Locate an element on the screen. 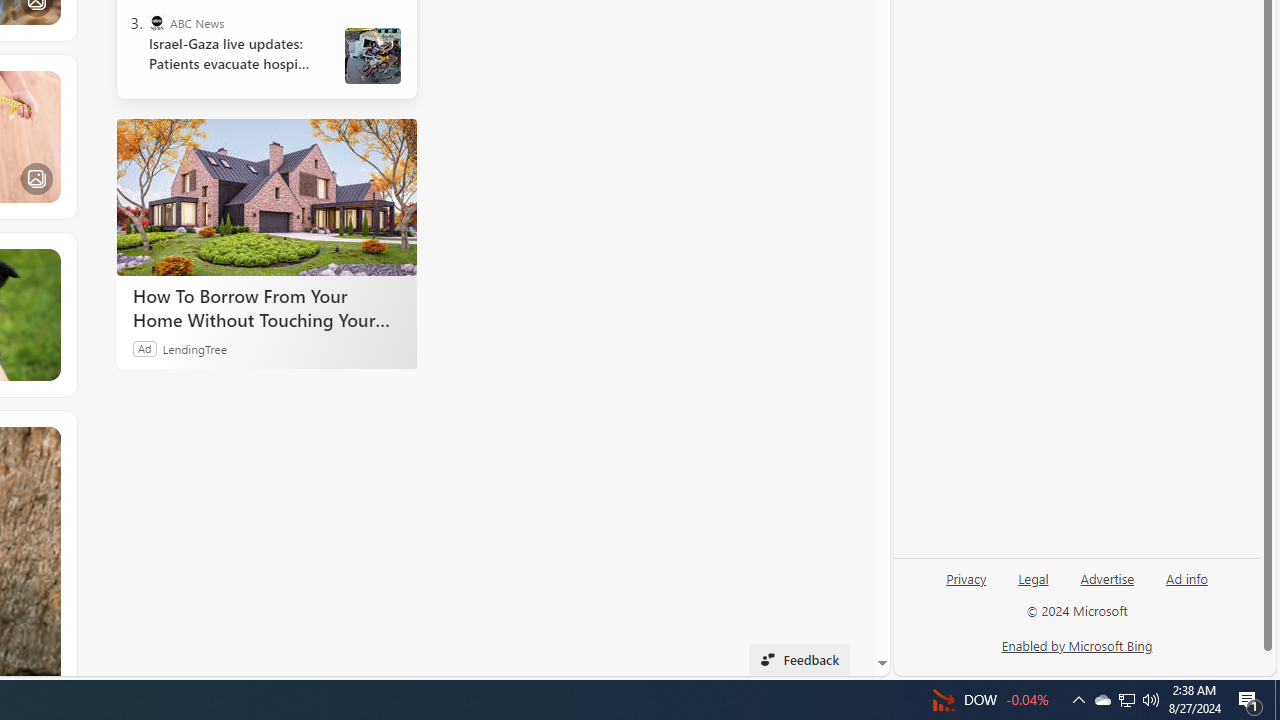 The height and width of the screenshot is (720, 1280). 'LendingTree' is located at coordinates (195, 347).